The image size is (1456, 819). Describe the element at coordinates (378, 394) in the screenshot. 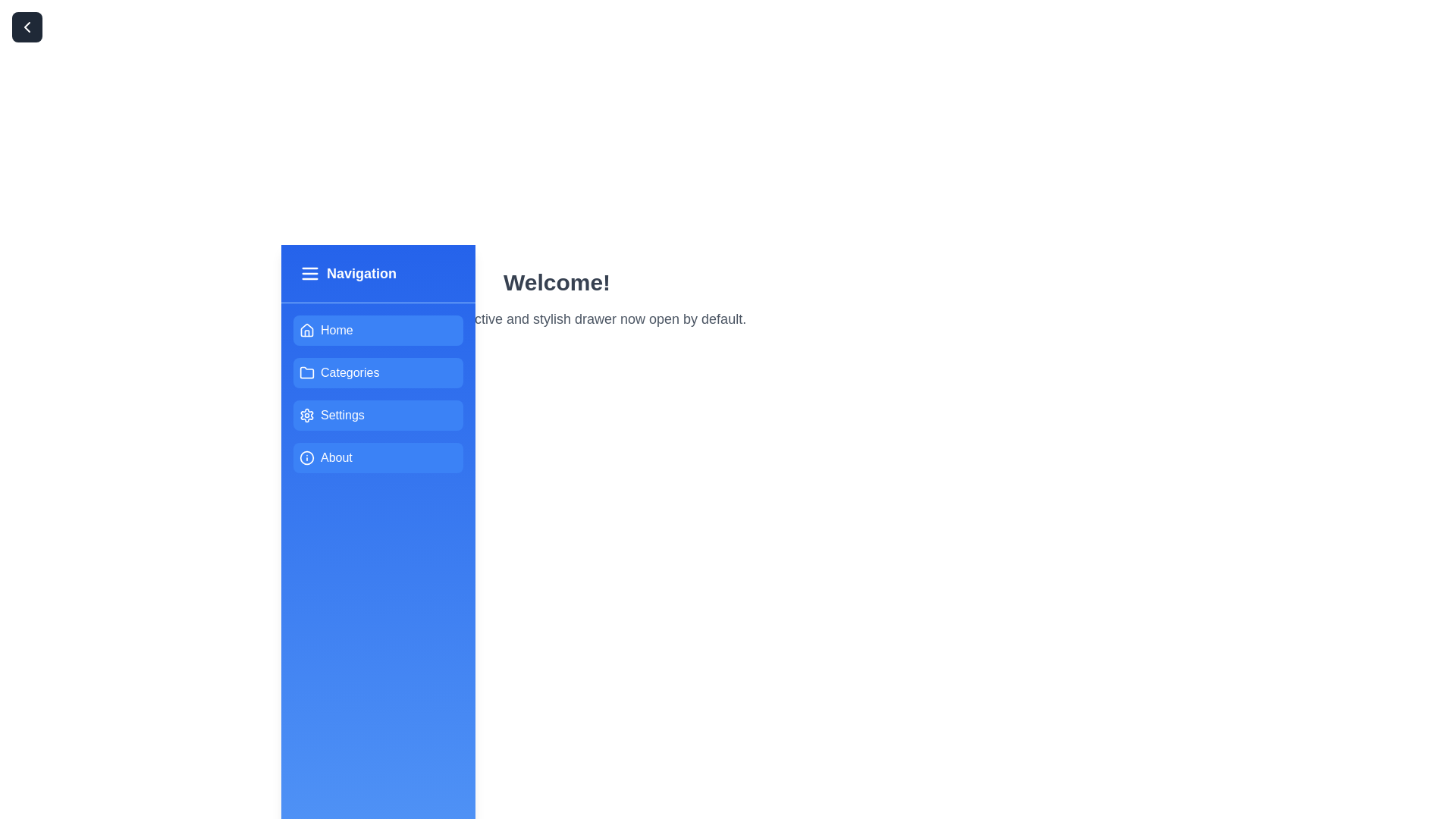

I see `the 'Categories' button in the navigation sidebar` at that location.